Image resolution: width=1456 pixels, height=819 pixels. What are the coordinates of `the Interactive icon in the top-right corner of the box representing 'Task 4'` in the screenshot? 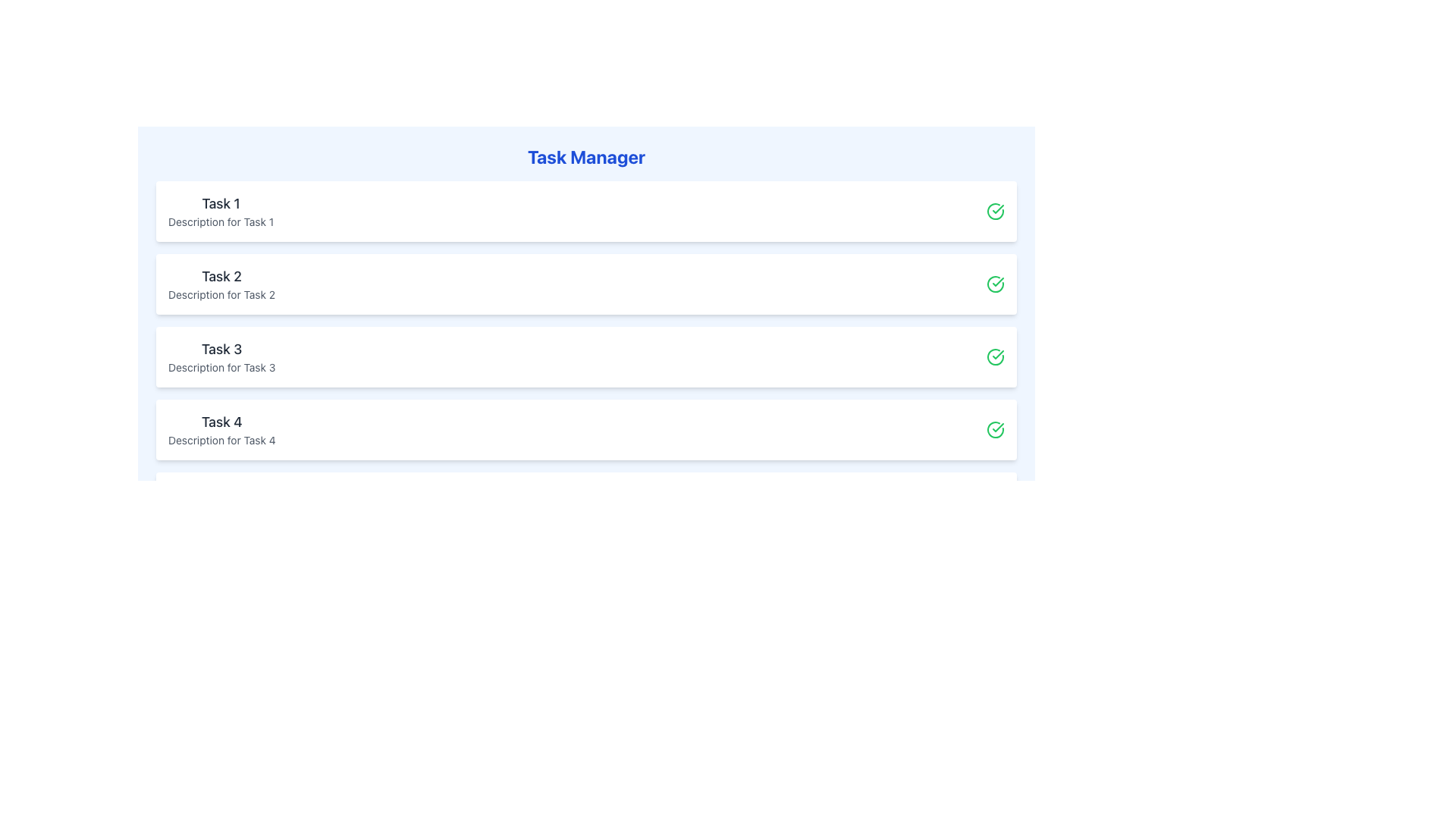 It's located at (996, 430).